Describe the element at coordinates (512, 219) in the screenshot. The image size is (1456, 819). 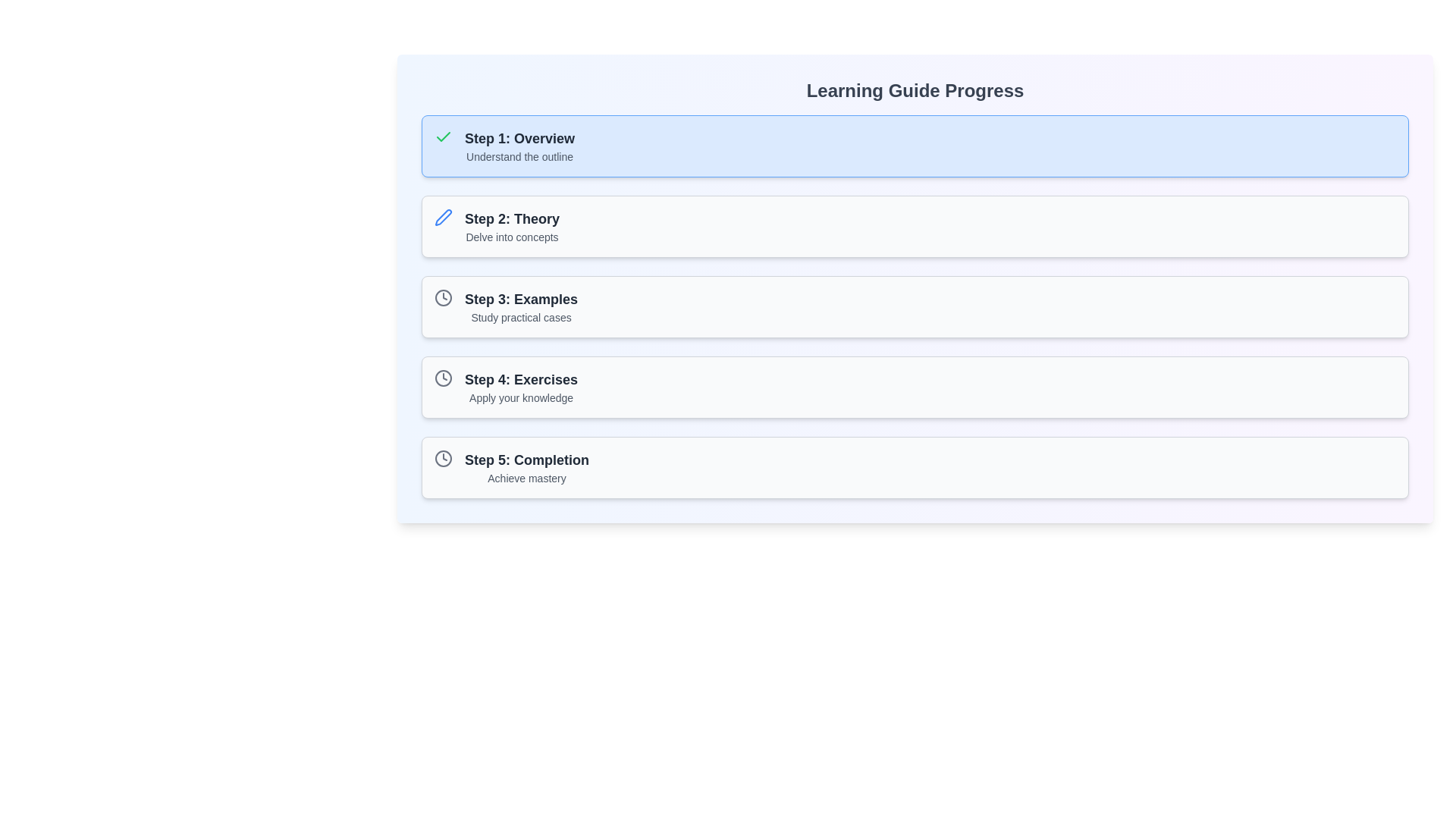
I see `the Text Label that serves as the title for the second step in the multi-step guide, located in the main vertical column of items` at that location.